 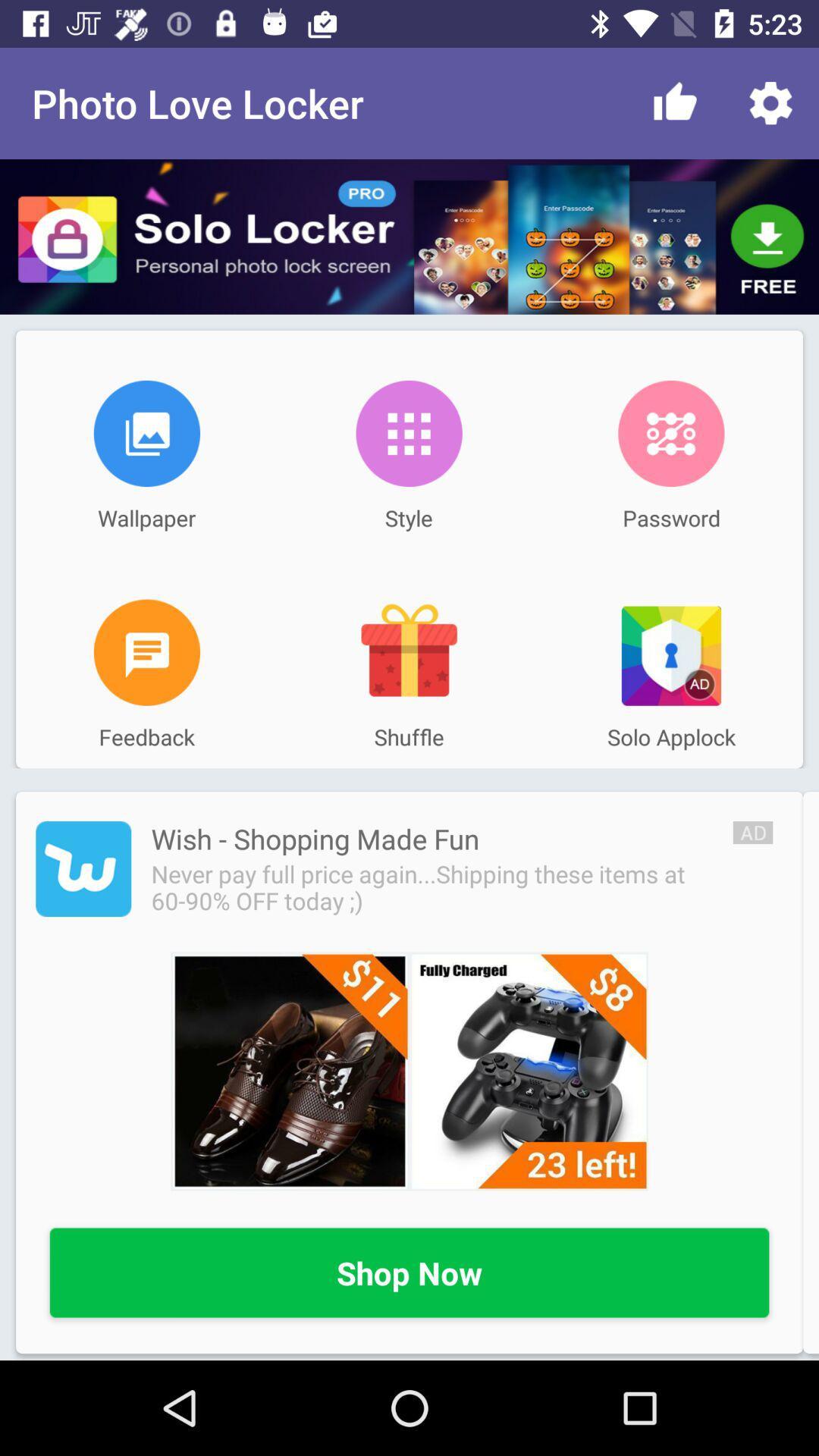 I want to click on shop now, so click(x=409, y=1274).